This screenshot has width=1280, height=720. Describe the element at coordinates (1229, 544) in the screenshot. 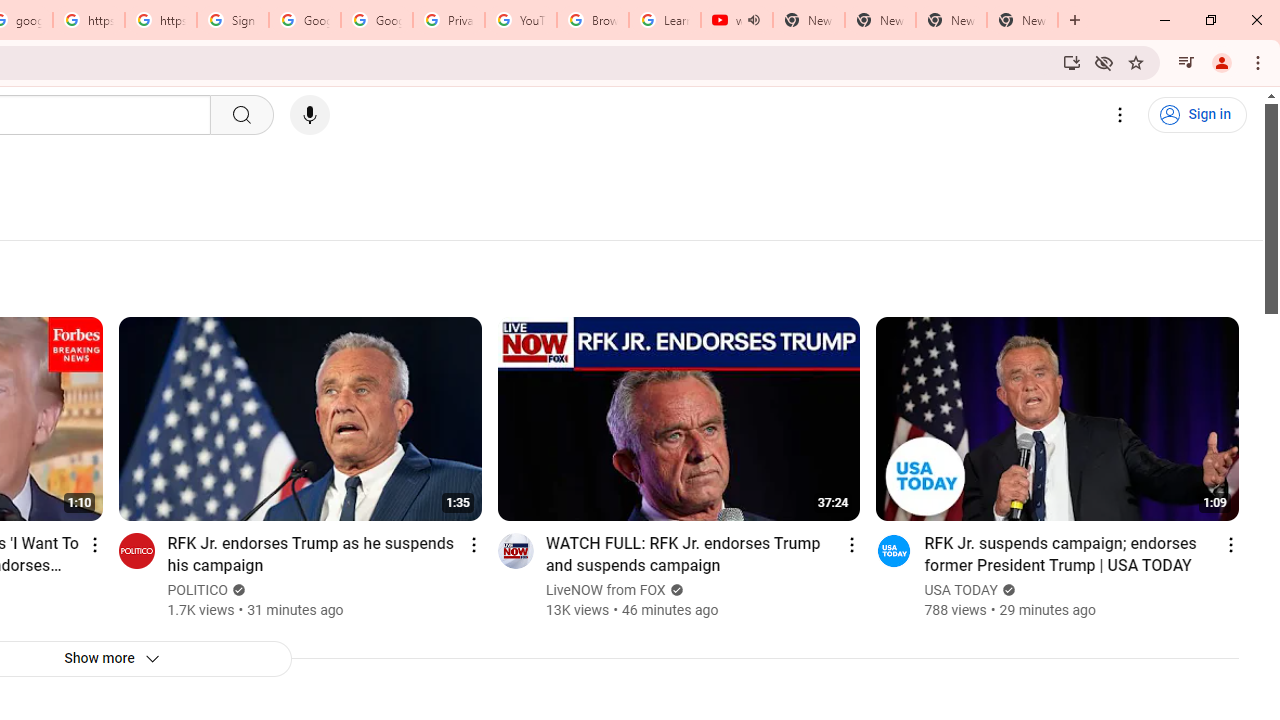

I see `'Action menu'` at that location.